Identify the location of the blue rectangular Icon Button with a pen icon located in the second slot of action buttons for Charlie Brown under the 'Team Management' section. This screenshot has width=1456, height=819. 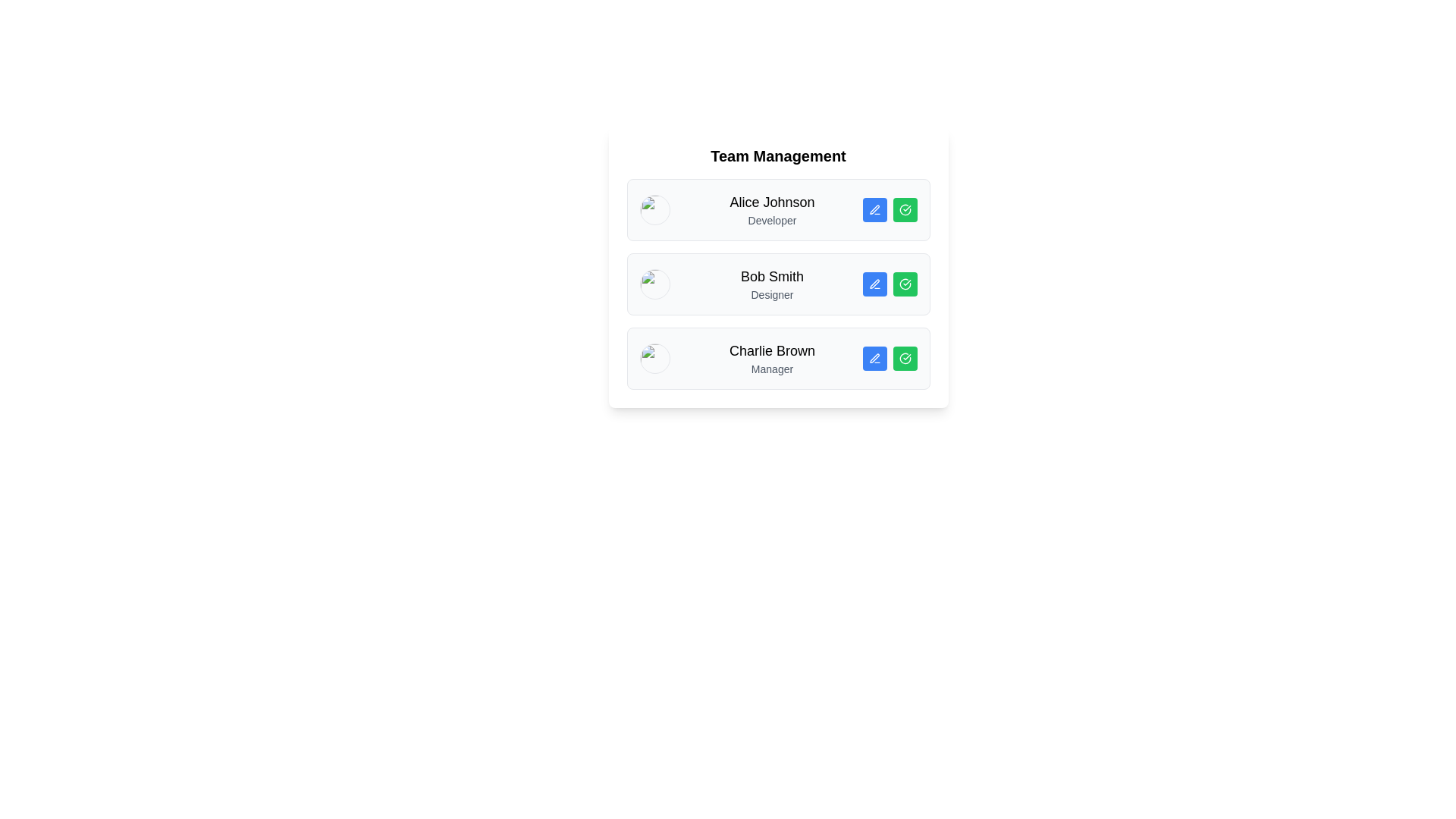
(874, 359).